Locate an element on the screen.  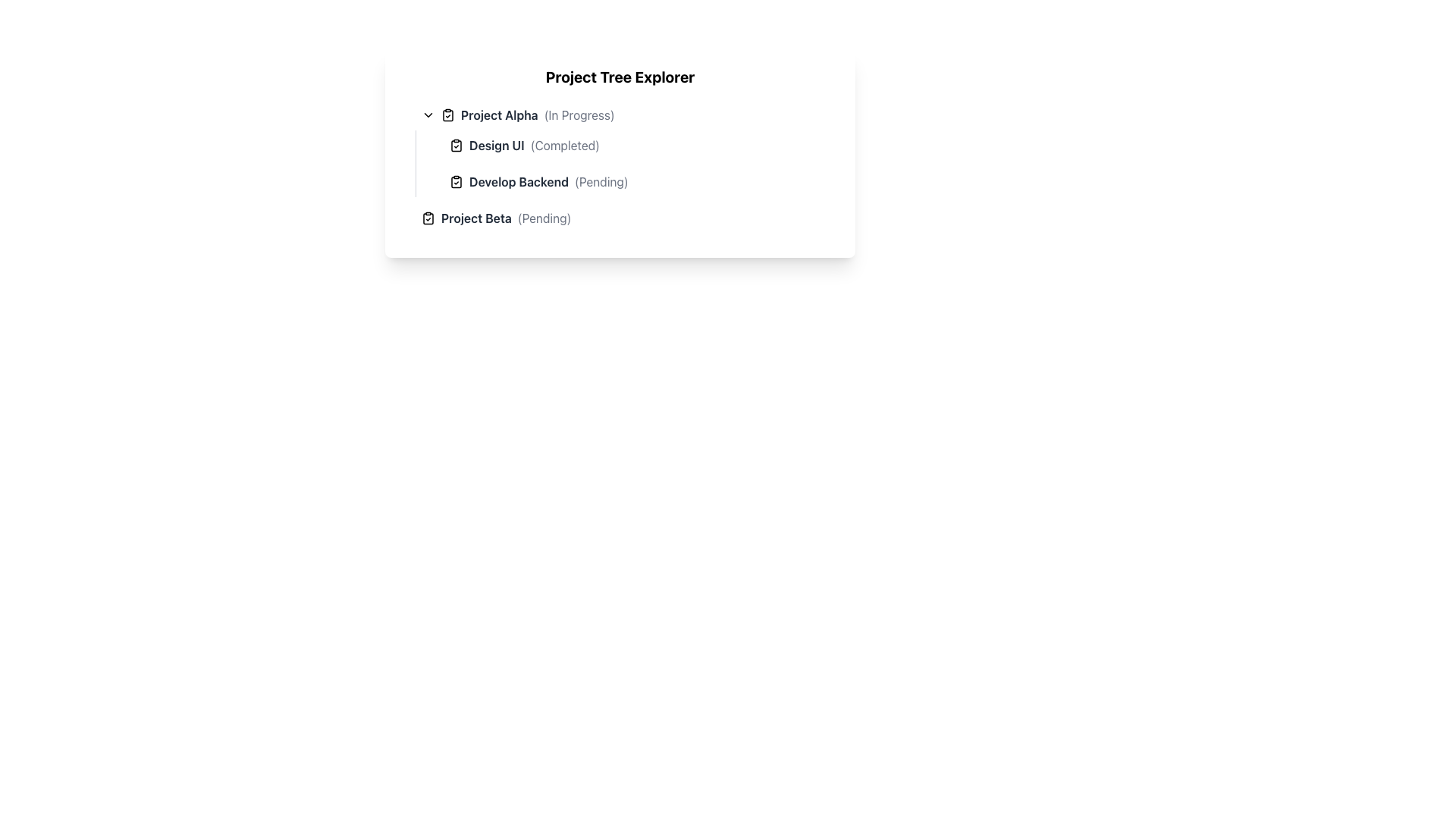
the task titled 'Develop Backend' with a status of 'Pending' is located at coordinates (634, 180).